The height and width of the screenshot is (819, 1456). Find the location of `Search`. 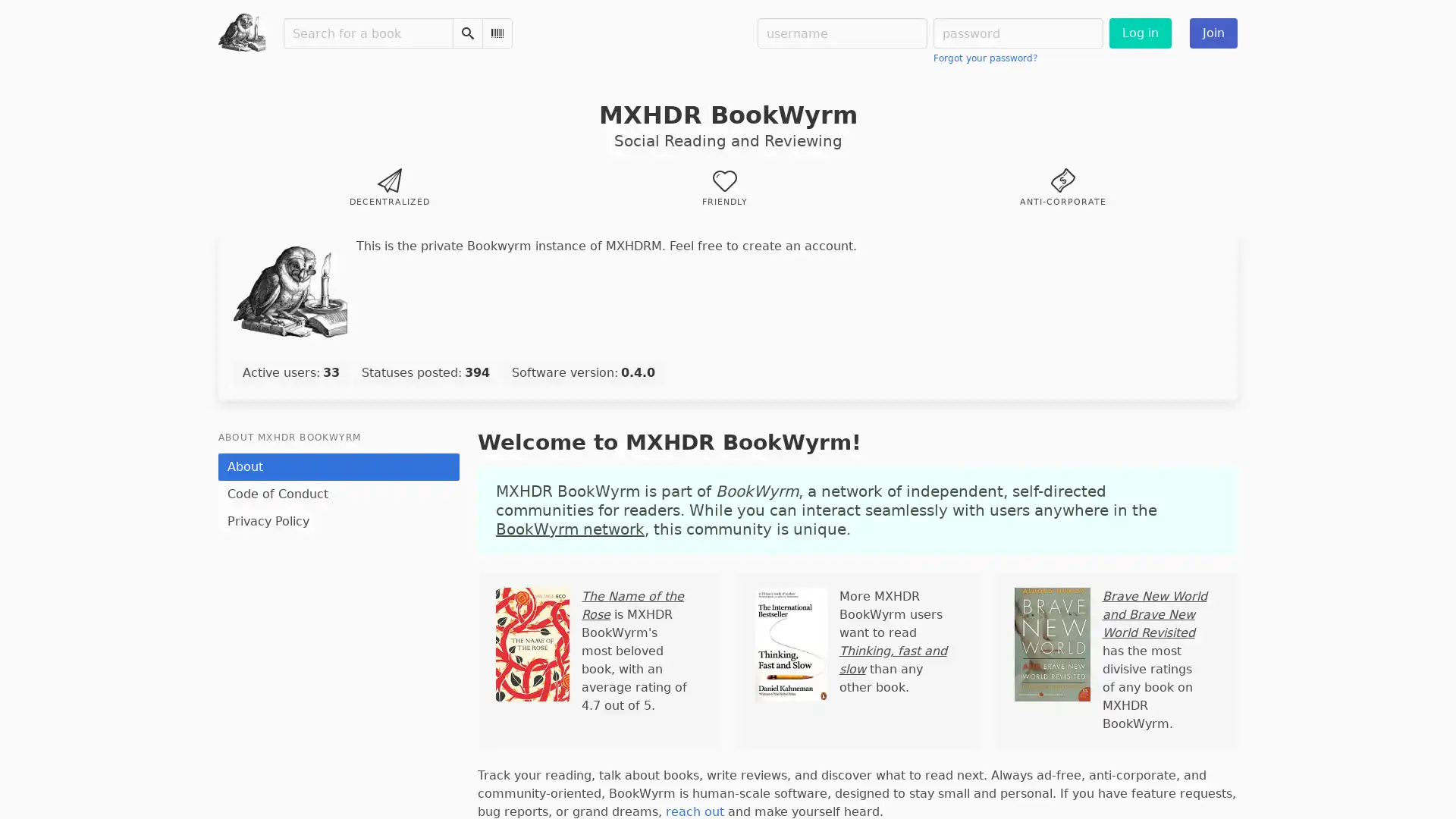

Search is located at coordinates (467, 33).